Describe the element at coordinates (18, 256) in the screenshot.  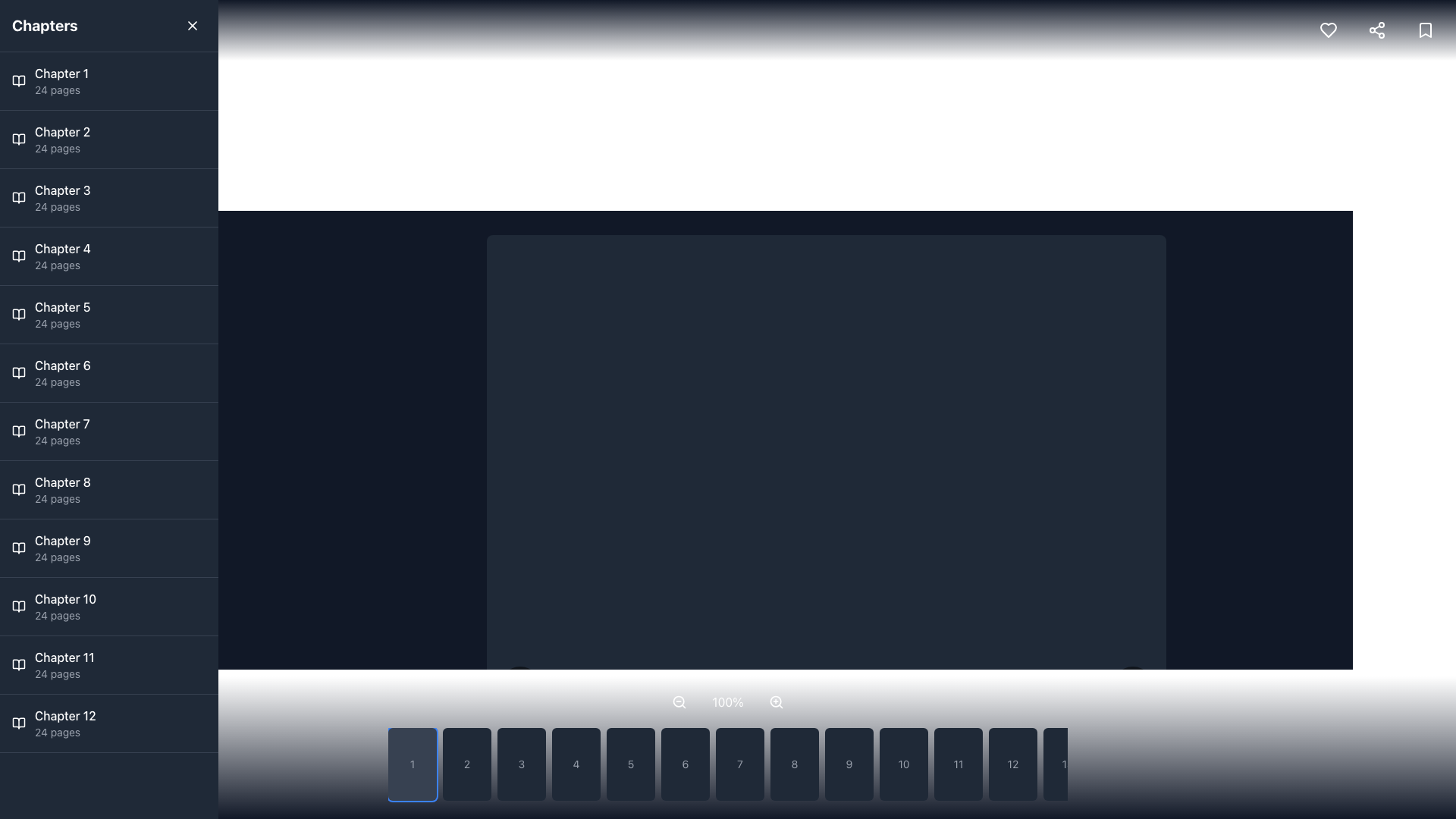
I see `the decorative SVG icon located next to the label 'Chapter 4' in the sidebar menu` at that location.